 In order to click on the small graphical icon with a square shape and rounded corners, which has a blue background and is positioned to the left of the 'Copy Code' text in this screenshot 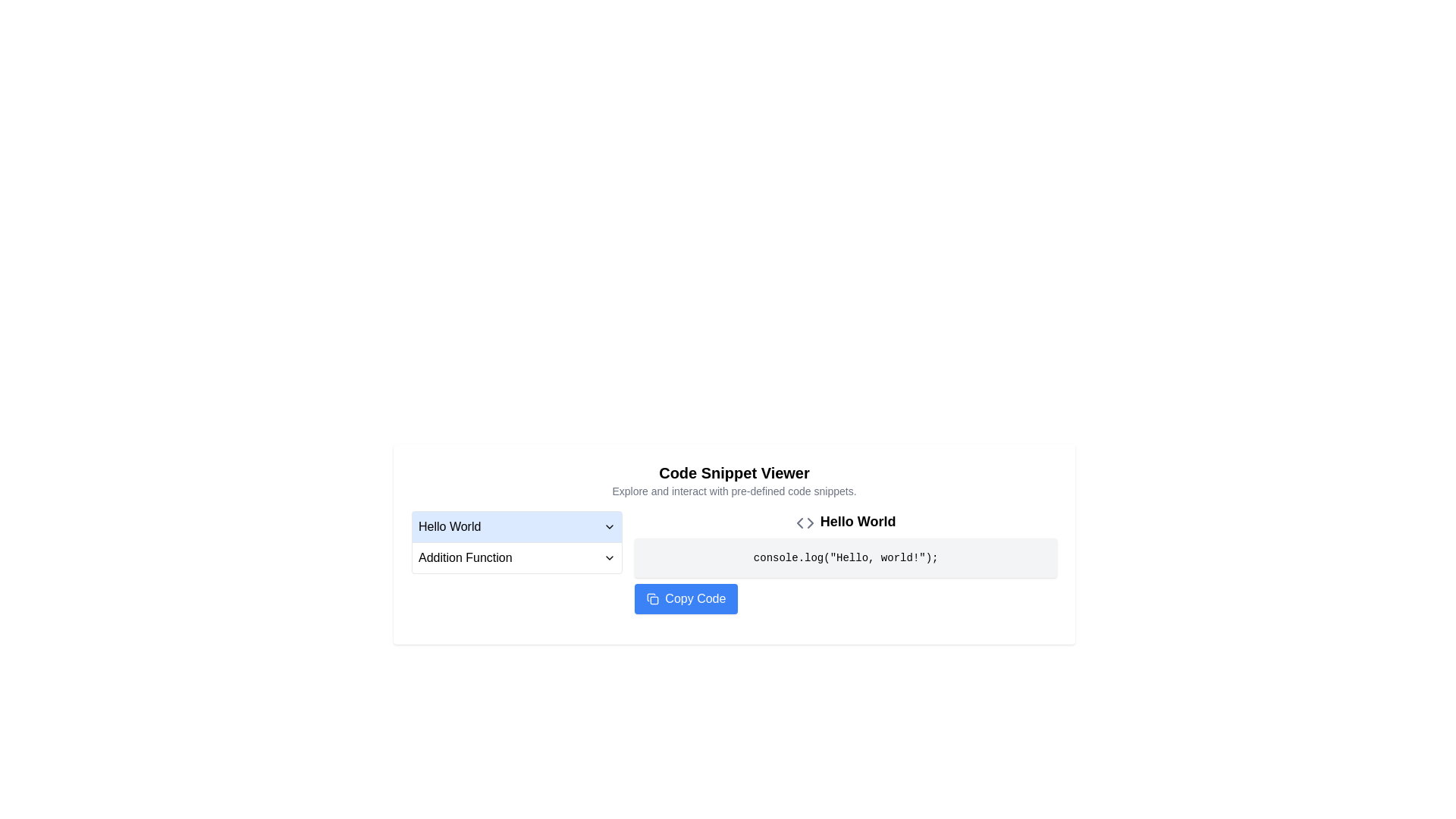, I will do `click(653, 598)`.